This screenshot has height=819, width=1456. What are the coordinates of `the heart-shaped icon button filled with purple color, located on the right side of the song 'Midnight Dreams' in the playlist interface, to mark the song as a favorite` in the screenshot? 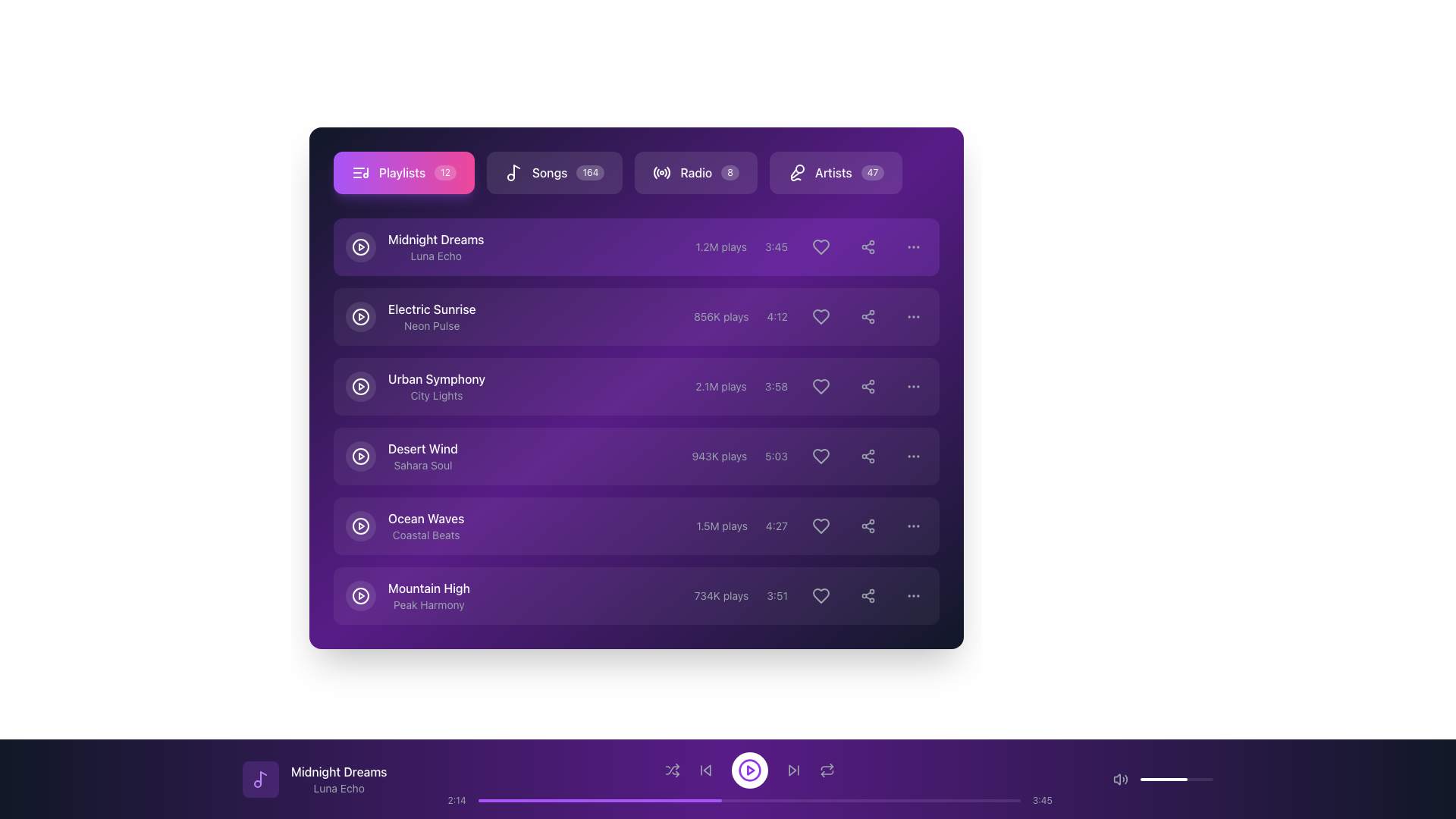 It's located at (821, 246).